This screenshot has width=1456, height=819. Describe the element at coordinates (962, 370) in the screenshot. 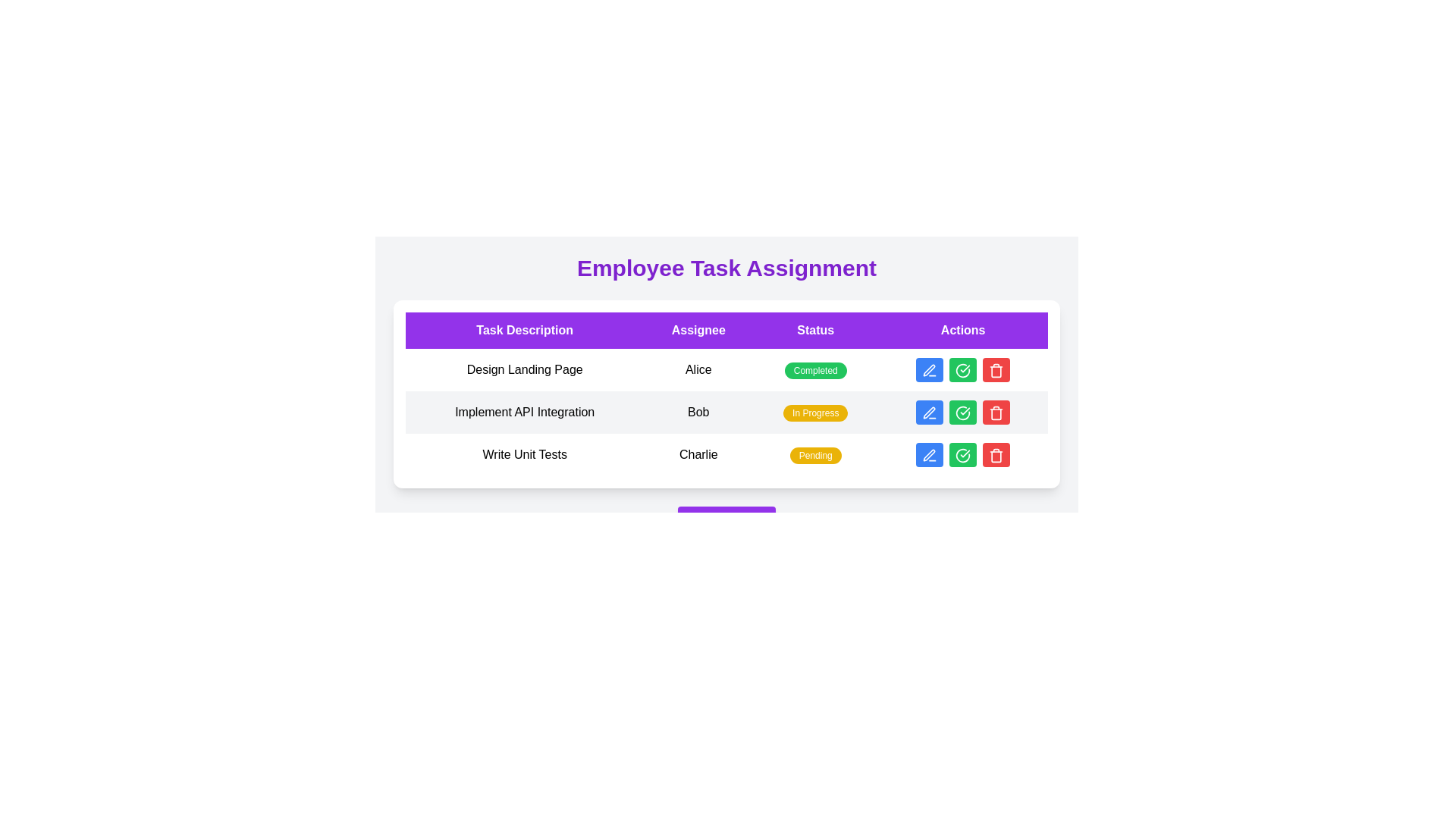

I see `the blue button with a pen icon in the group of interactive action buttons located in the 'Actions' column of the first row corresponding to the task 'Design Landing Page' assigned to 'Alice'` at that location.